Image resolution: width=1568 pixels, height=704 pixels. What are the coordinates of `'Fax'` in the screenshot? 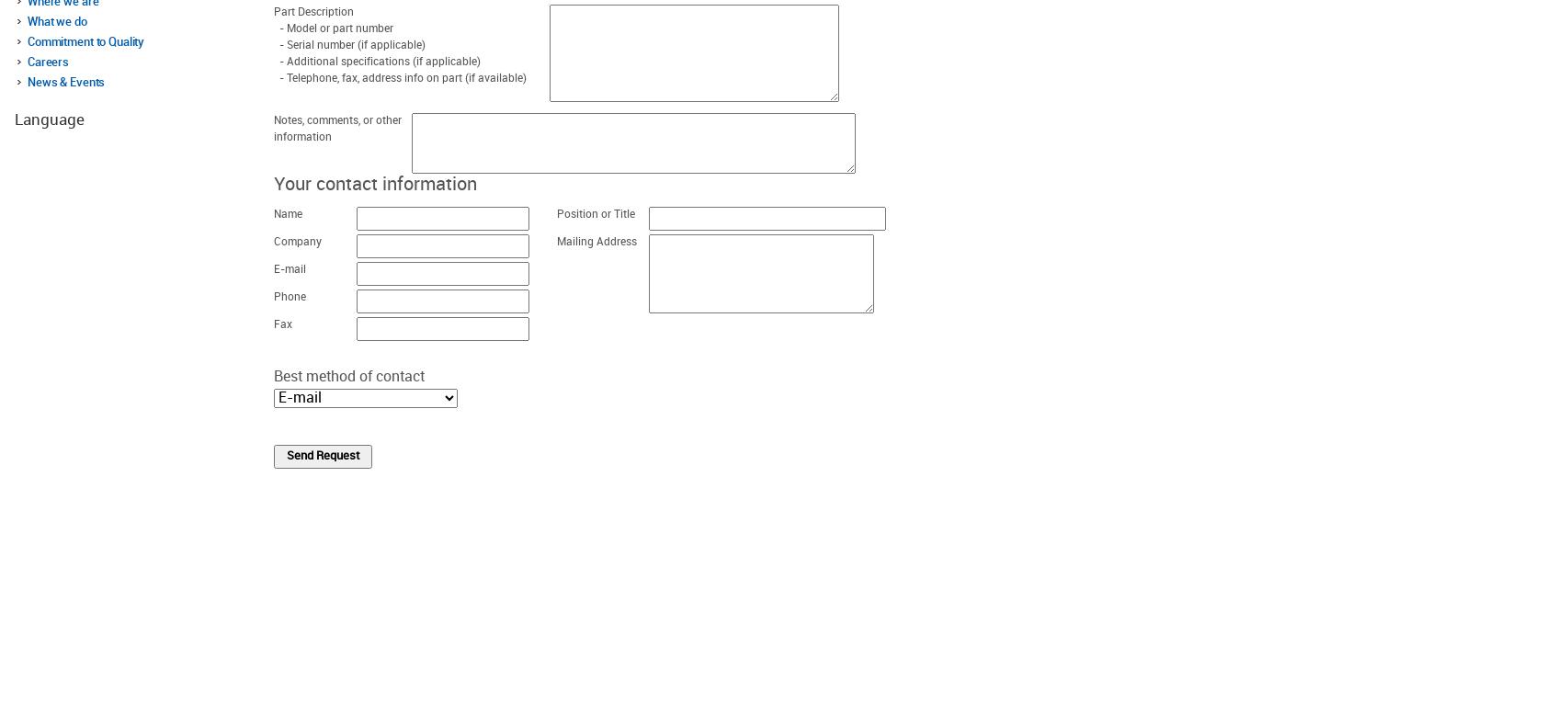 It's located at (282, 324).